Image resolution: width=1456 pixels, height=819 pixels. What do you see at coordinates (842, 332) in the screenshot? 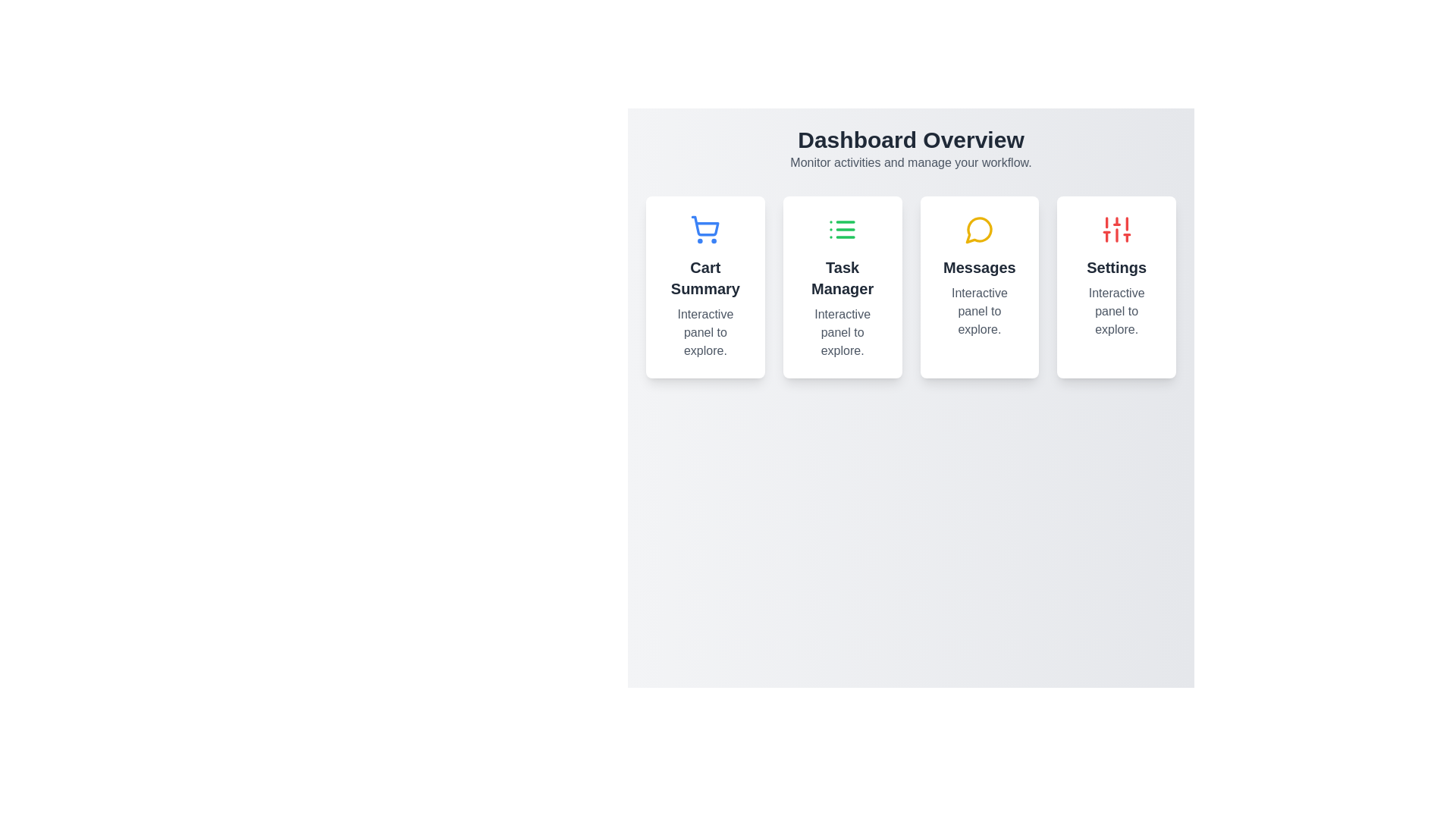
I see `the Text Label that describes the 'Task Manager' section, positioned directly under the 'Task Manager' title` at bounding box center [842, 332].